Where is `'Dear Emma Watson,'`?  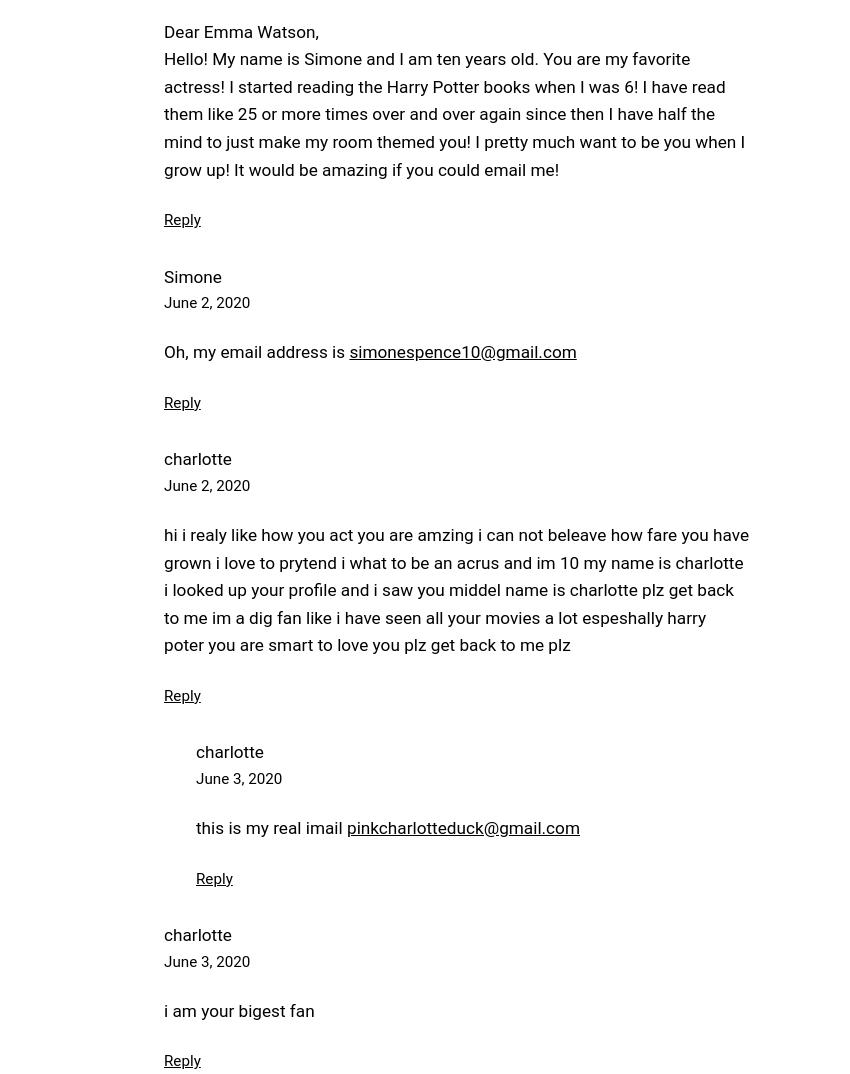
'Dear Emma Watson,' is located at coordinates (240, 30).